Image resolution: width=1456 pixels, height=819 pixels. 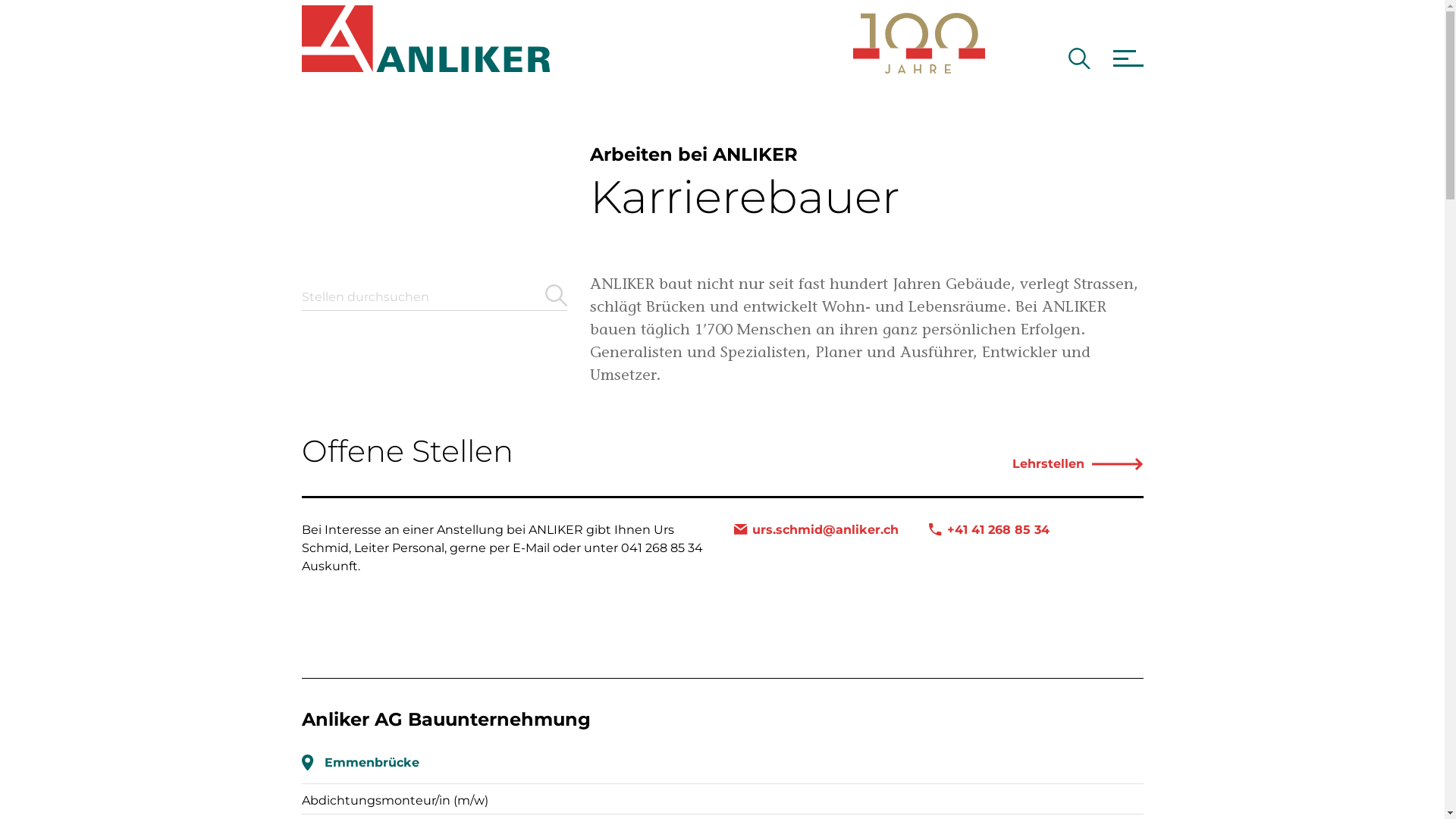 What do you see at coordinates (1076, 463) in the screenshot?
I see `'Lehrstellen'` at bounding box center [1076, 463].